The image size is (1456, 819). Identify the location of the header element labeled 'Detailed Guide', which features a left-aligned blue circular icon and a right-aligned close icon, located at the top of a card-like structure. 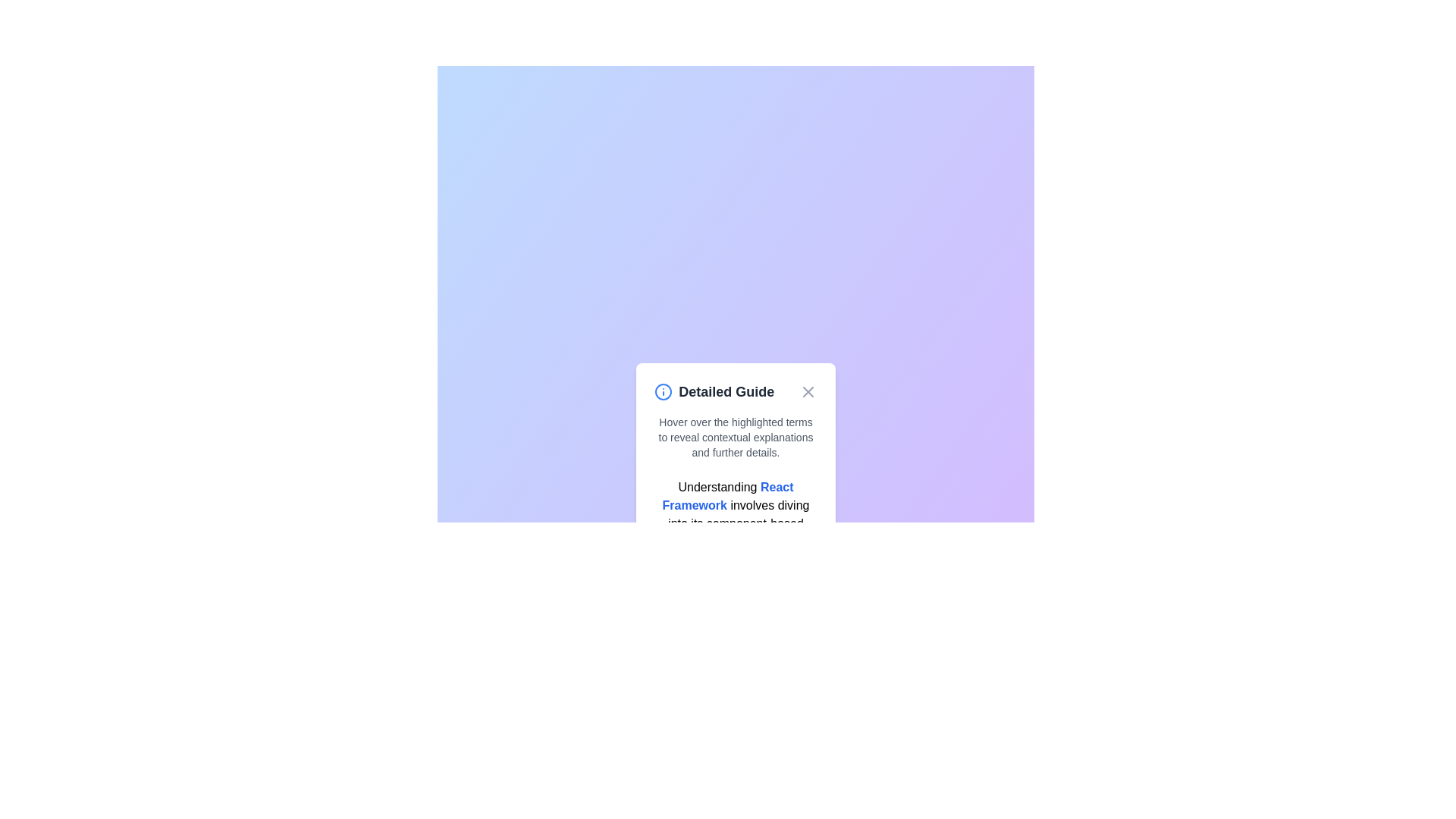
(736, 391).